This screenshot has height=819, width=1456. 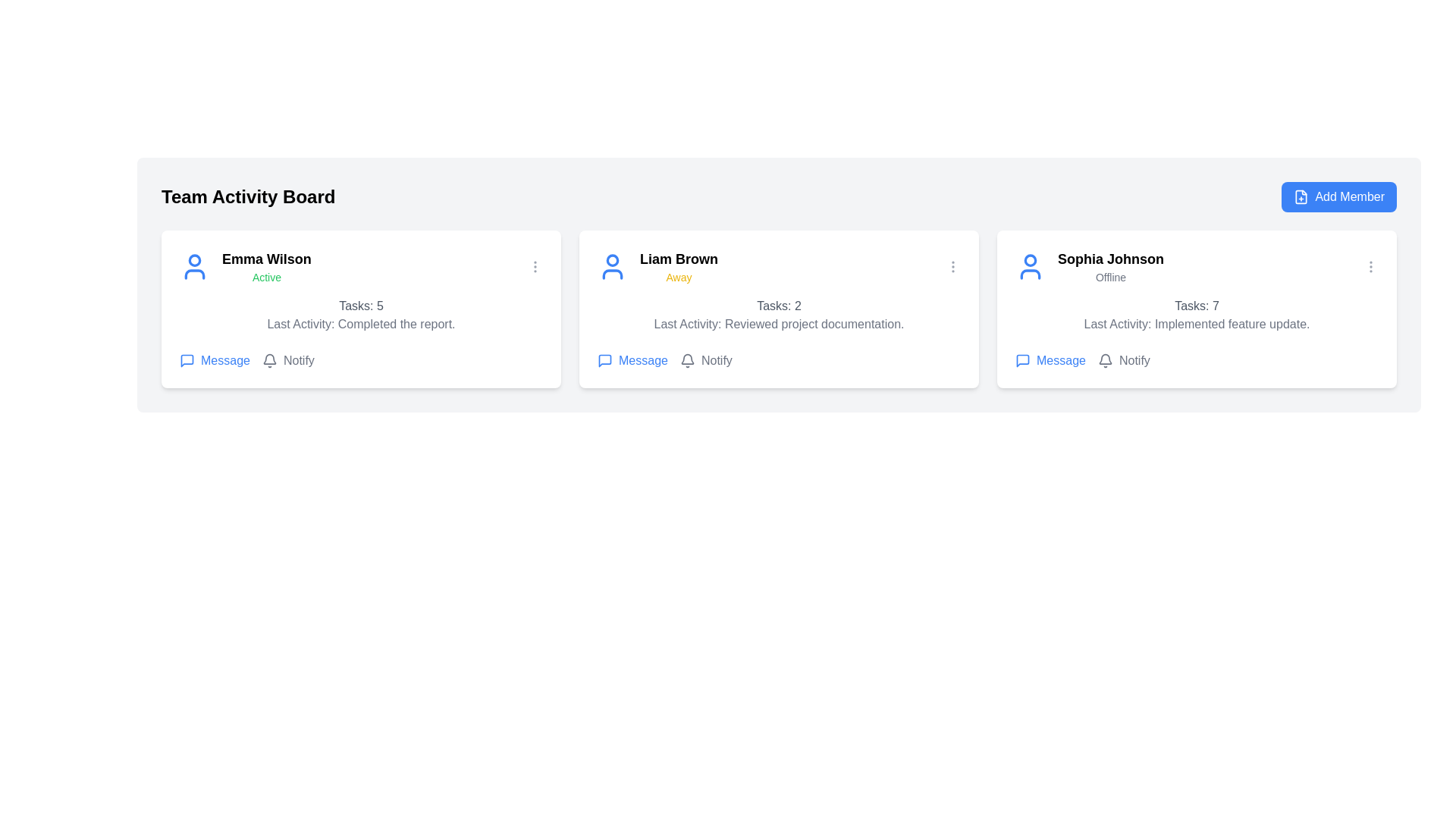 I want to click on the notification indicator icon located at the bottom center of the SVG illustration for the card of Liam Brown, so click(x=269, y=359).